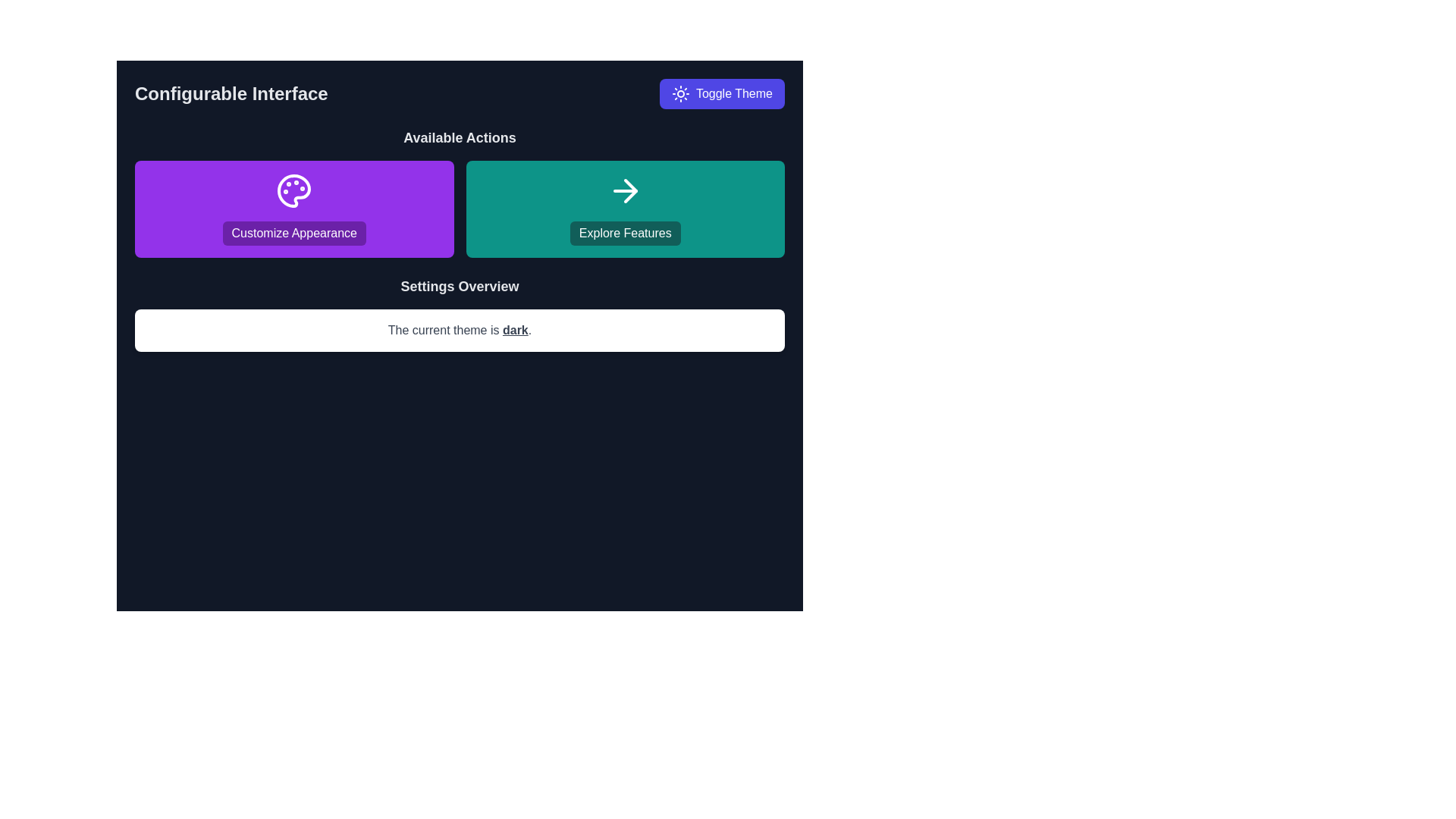 This screenshot has height=819, width=1456. What do you see at coordinates (625, 209) in the screenshot?
I see `the rightmost button in the 'Available Actions' section, which has an icon and text indicating navigation or exploration features` at bounding box center [625, 209].